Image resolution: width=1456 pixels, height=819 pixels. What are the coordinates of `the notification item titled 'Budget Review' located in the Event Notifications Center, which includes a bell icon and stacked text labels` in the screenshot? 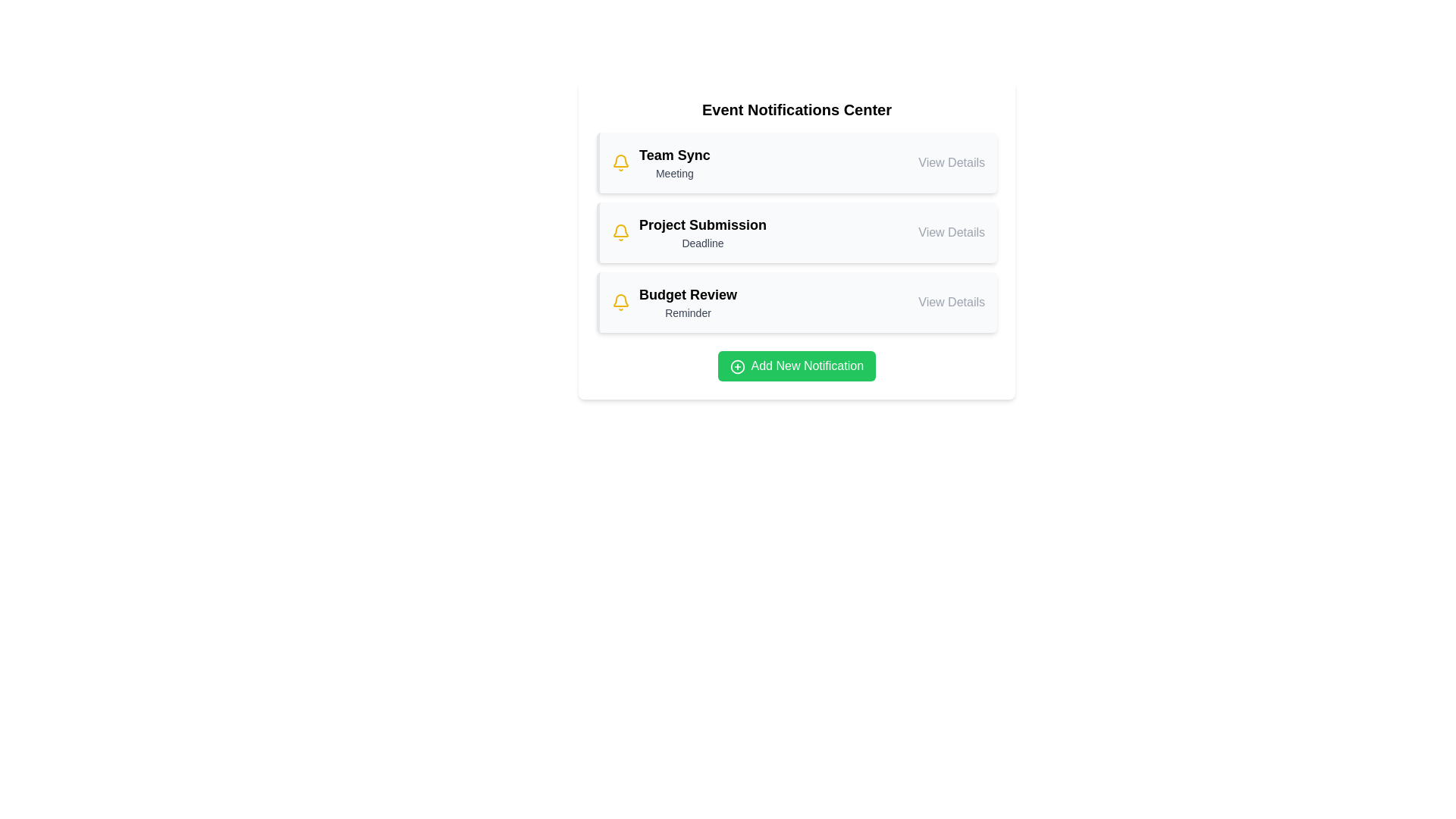 It's located at (673, 302).